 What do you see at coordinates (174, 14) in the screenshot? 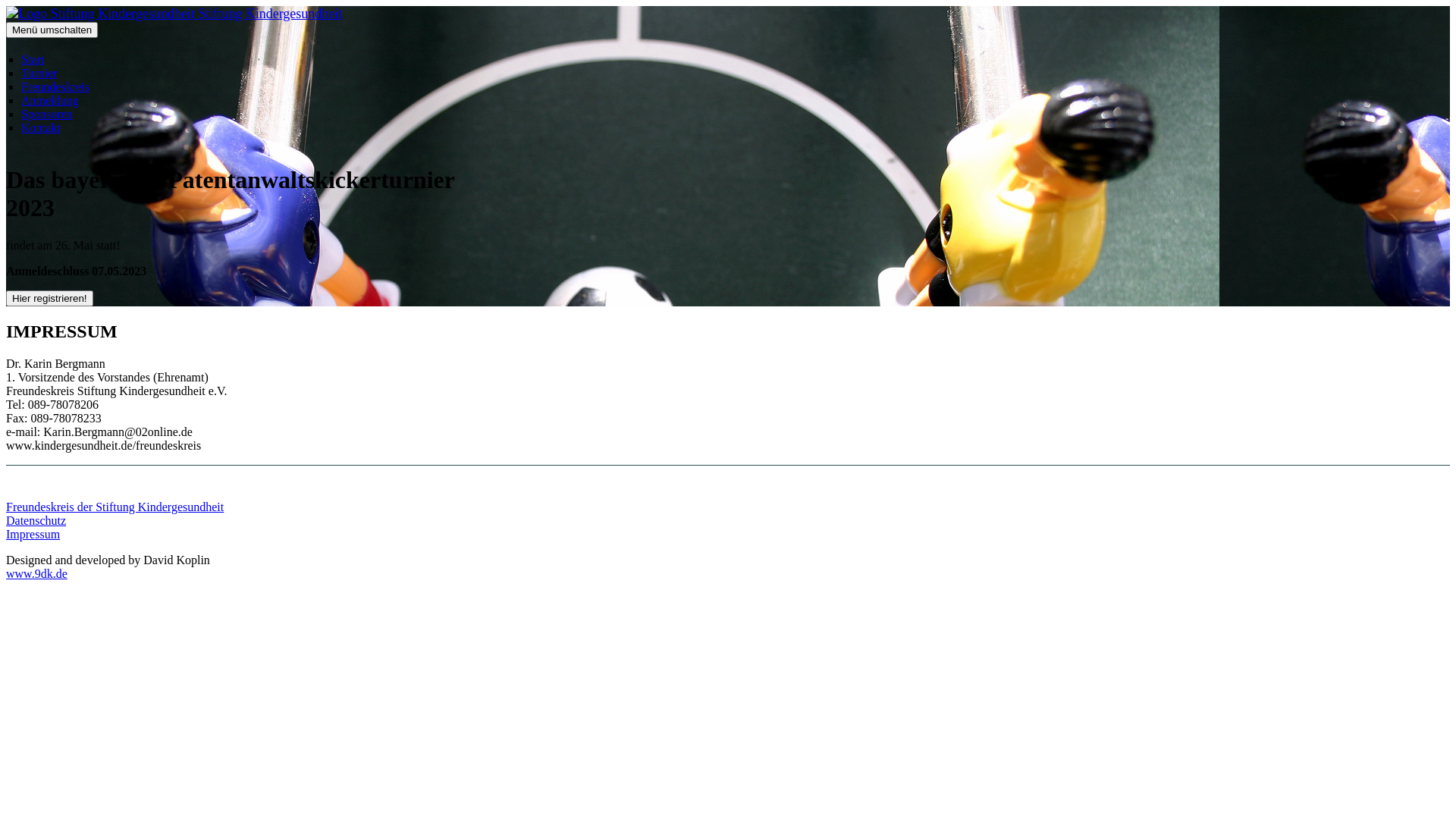
I see `'Stiftung Kindergesundheit'` at bounding box center [174, 14].